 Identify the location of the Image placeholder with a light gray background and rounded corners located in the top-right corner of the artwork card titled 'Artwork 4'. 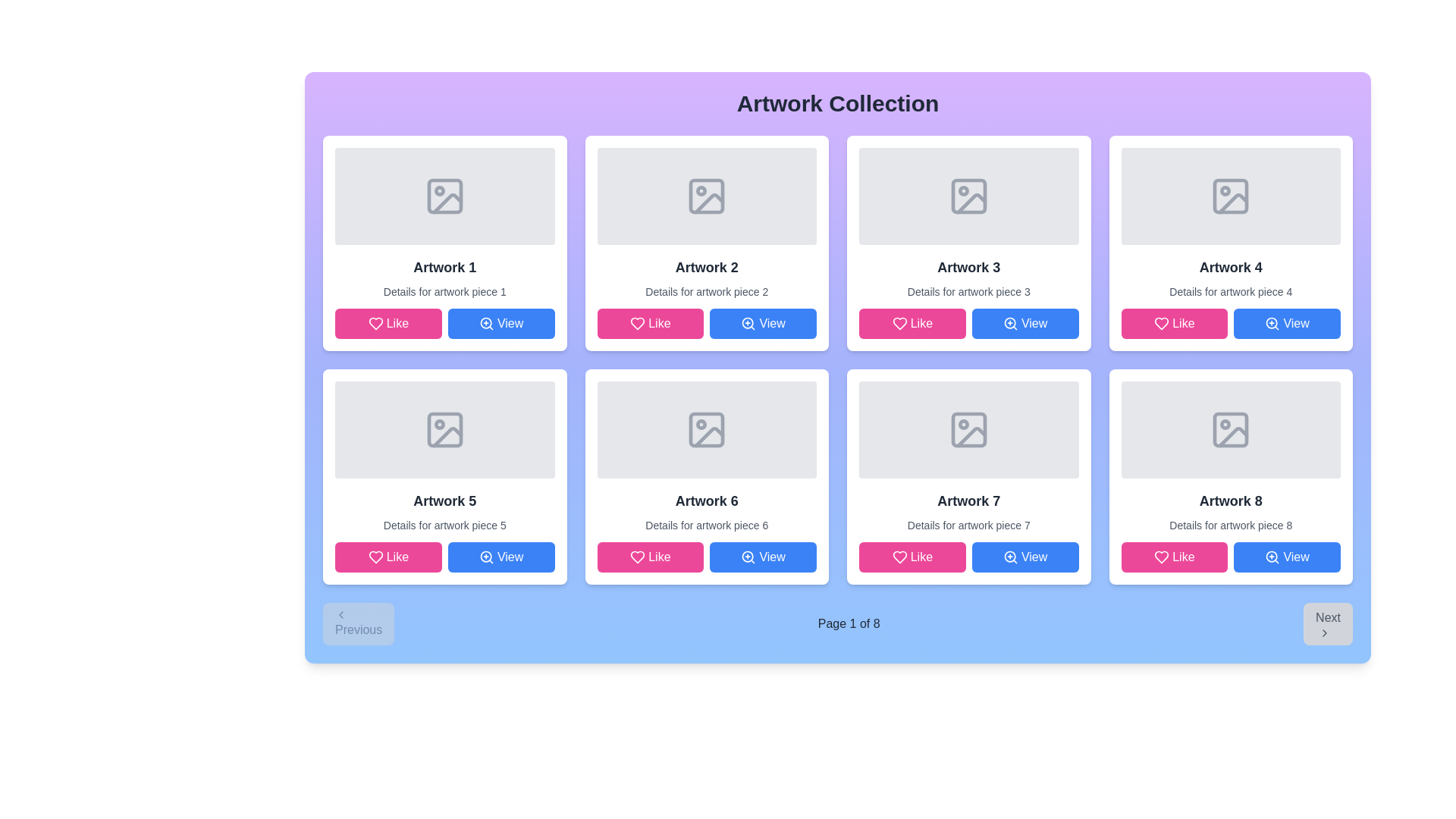
(1231, 195).